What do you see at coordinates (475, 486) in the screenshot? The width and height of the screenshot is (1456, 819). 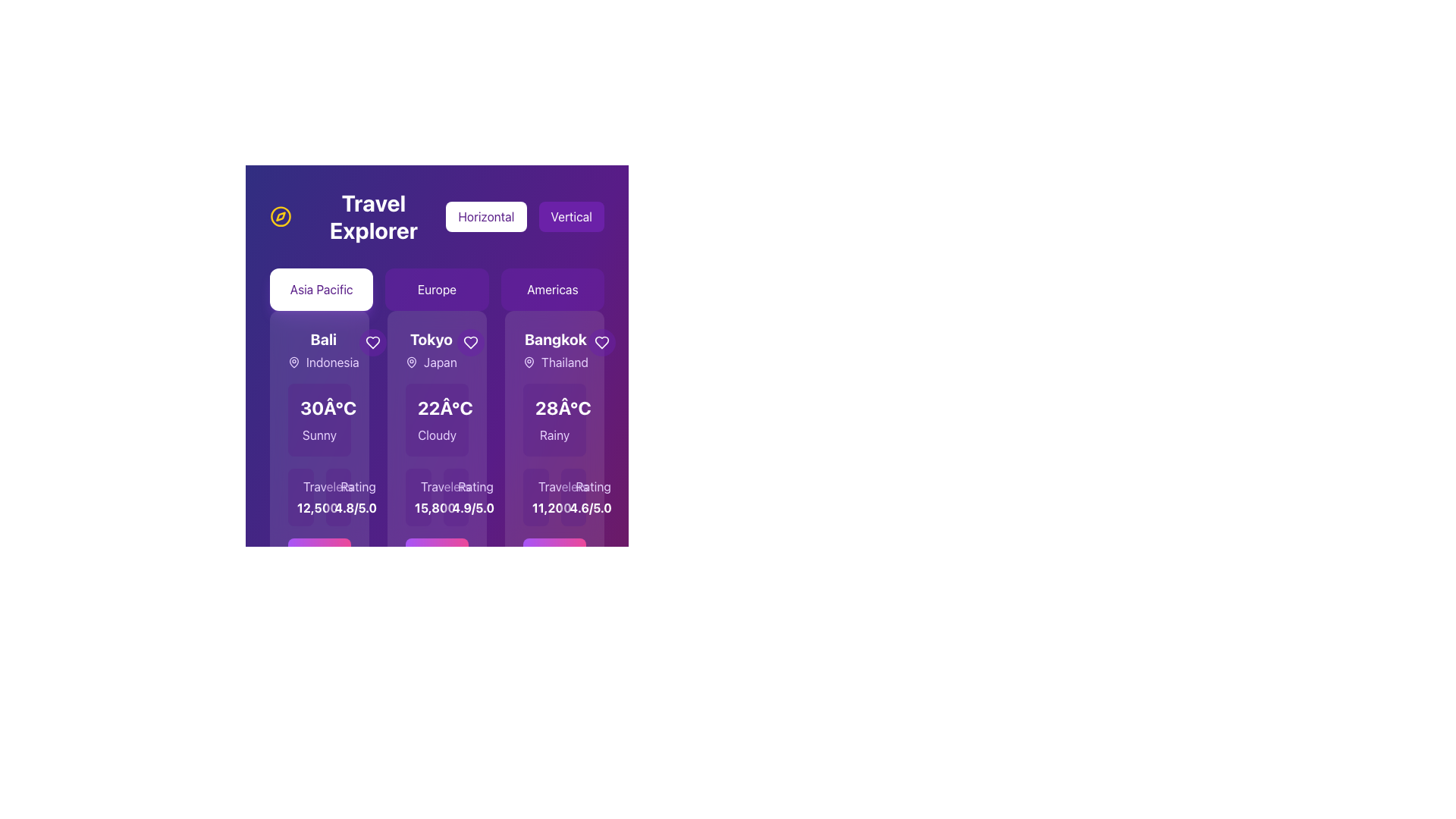 I see `'Rating' text label indicating the rating for the Tokyo item, located in the middle column under the Tokyo section` at bounding box center [475, 486].